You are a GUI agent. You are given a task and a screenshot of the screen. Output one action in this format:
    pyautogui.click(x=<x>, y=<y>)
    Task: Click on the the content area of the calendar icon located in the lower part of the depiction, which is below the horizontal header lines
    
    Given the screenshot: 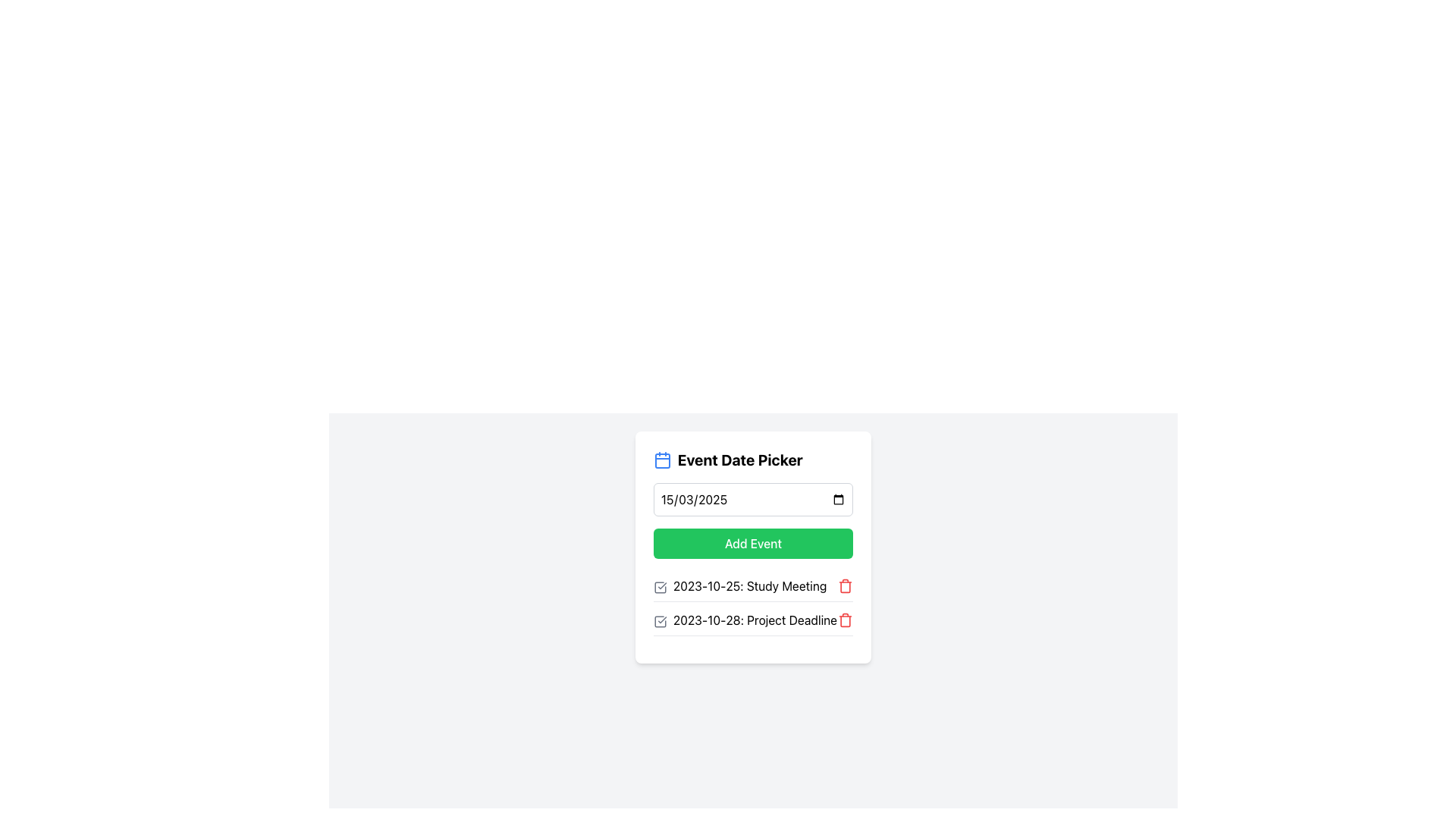 What is the action you would take?
    pyautogui.click(x=662, y=460)
    